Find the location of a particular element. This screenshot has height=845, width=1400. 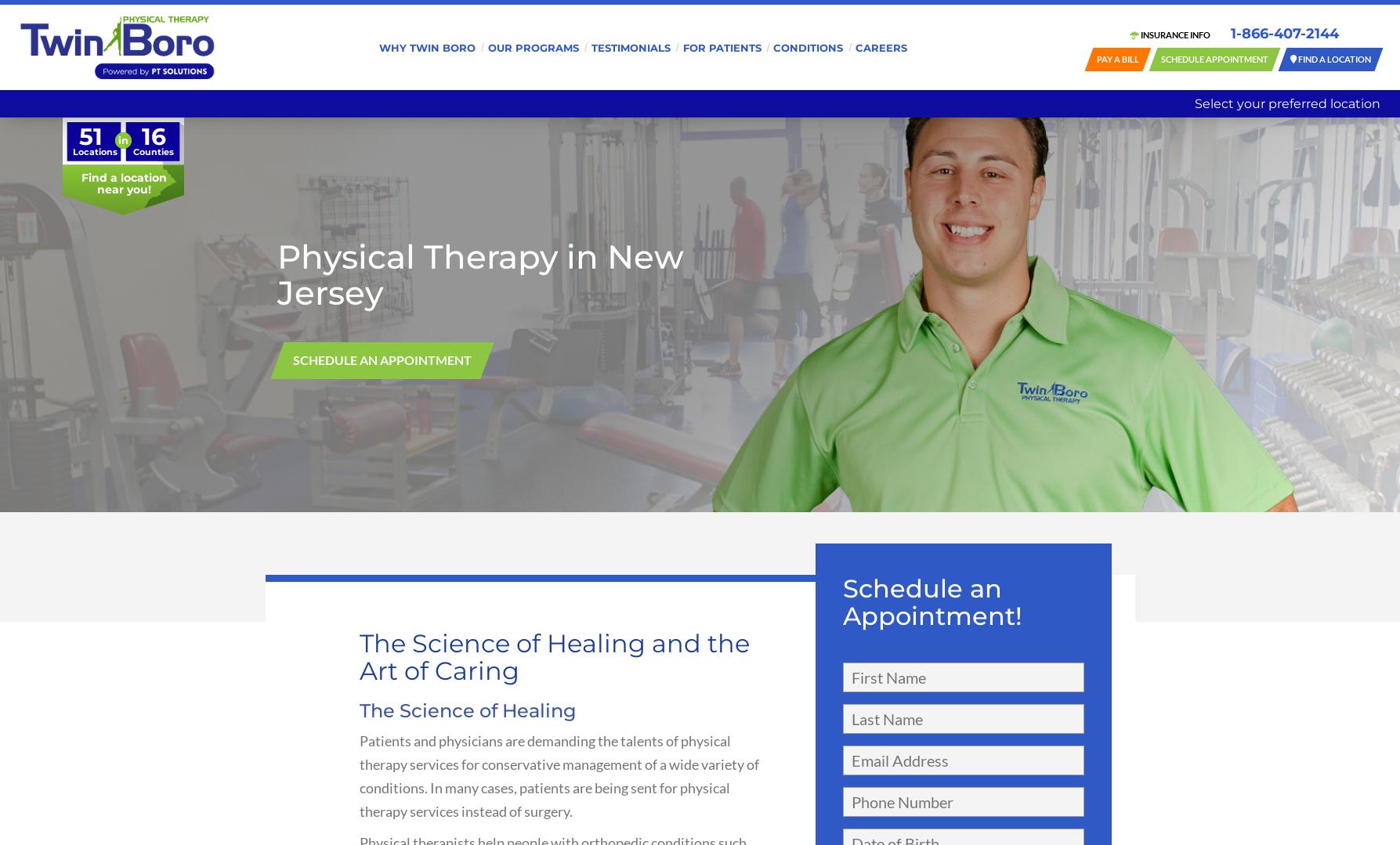

'Our Programs' is located at coordinates (531, 45).